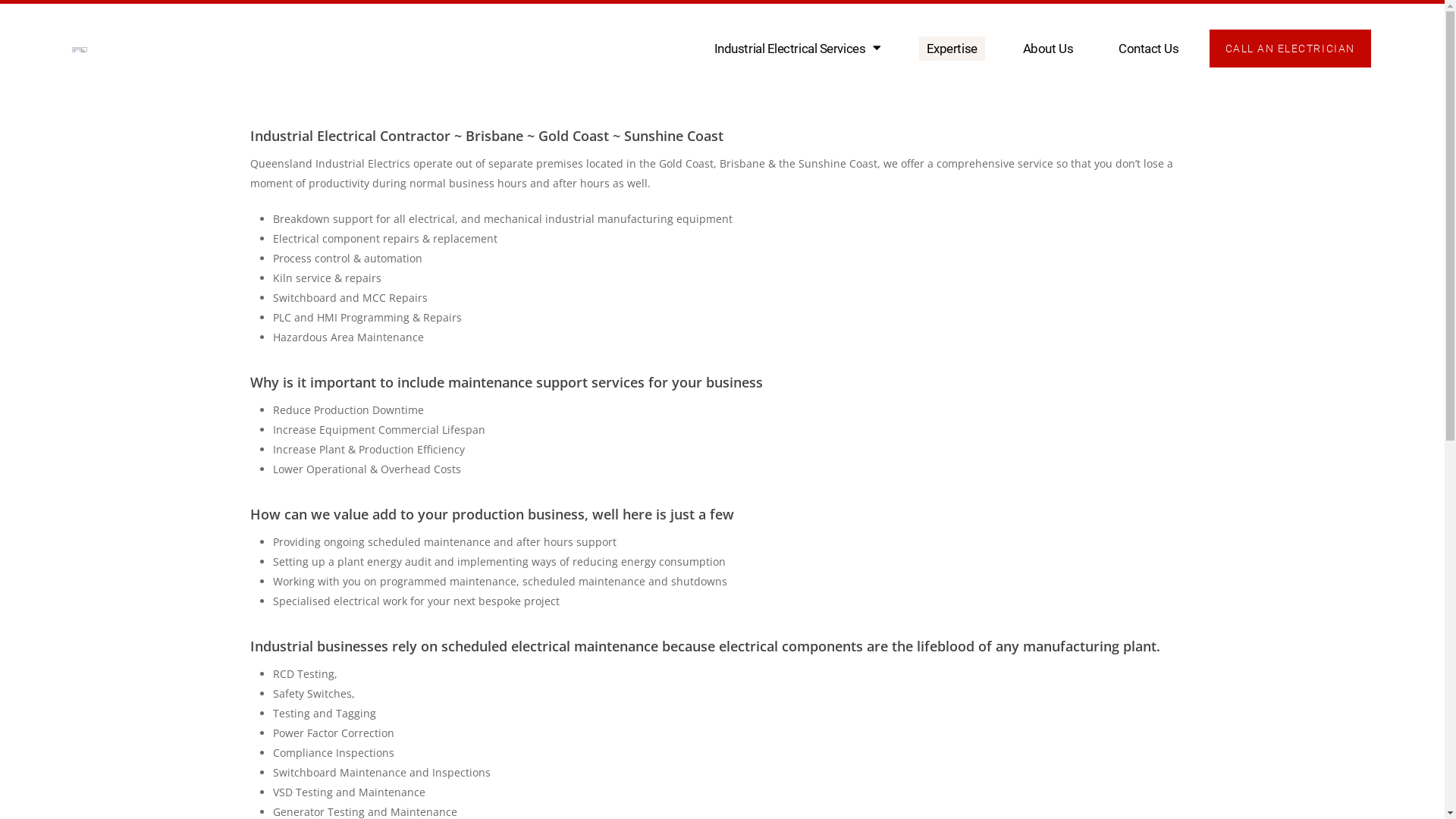 This screenshot has width=1456, height=819. What do you see at coordinates (951, 48) in the screenshot?
I see `'Expertise'` at bounding box center [951, 48].